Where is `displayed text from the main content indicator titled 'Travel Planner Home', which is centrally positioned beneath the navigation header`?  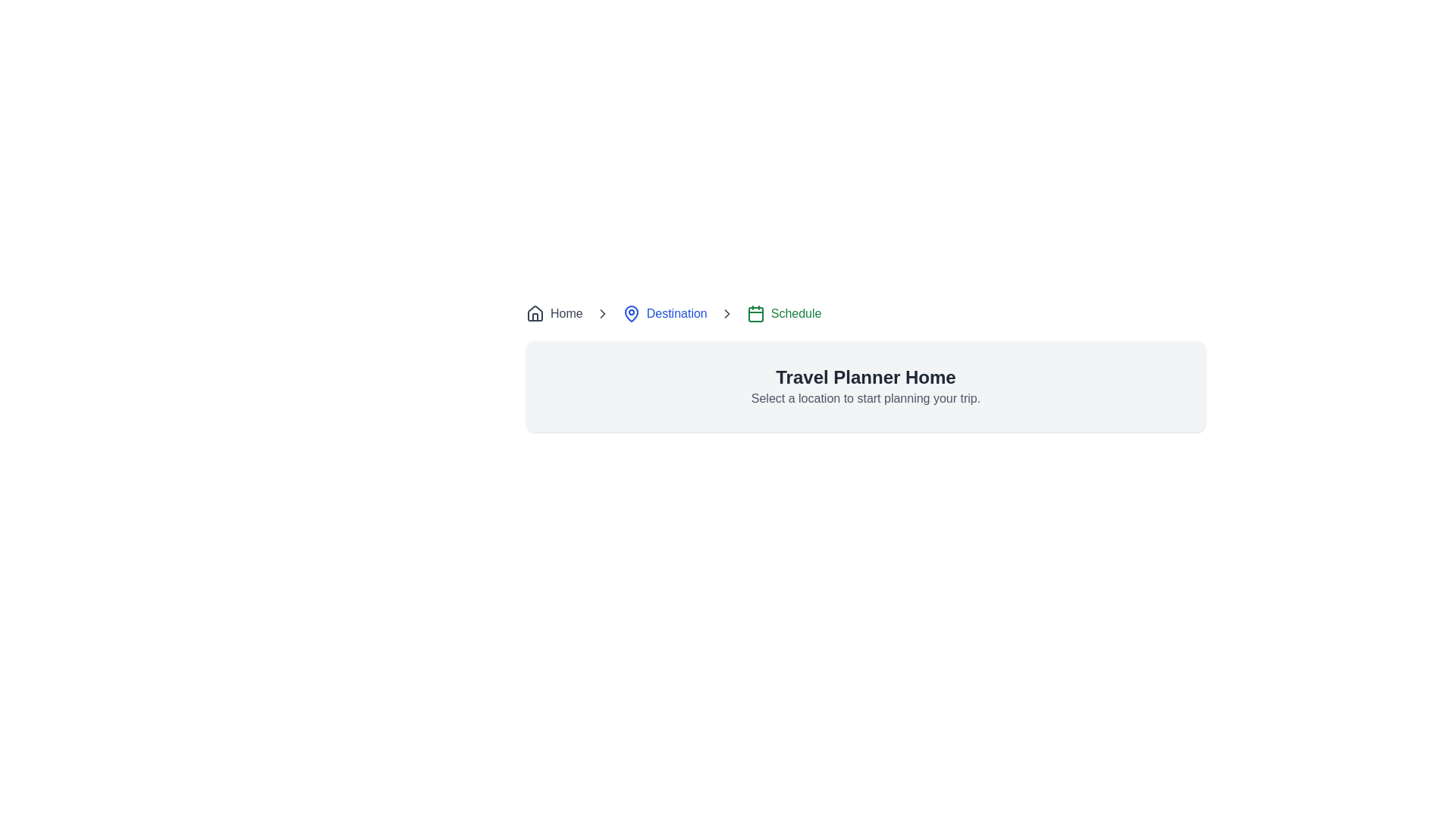 displayed text from the main content indicator titled 'Travel Planner Home', which is centrally positioned beneath the navigation header is located at coordinates (866, 369).